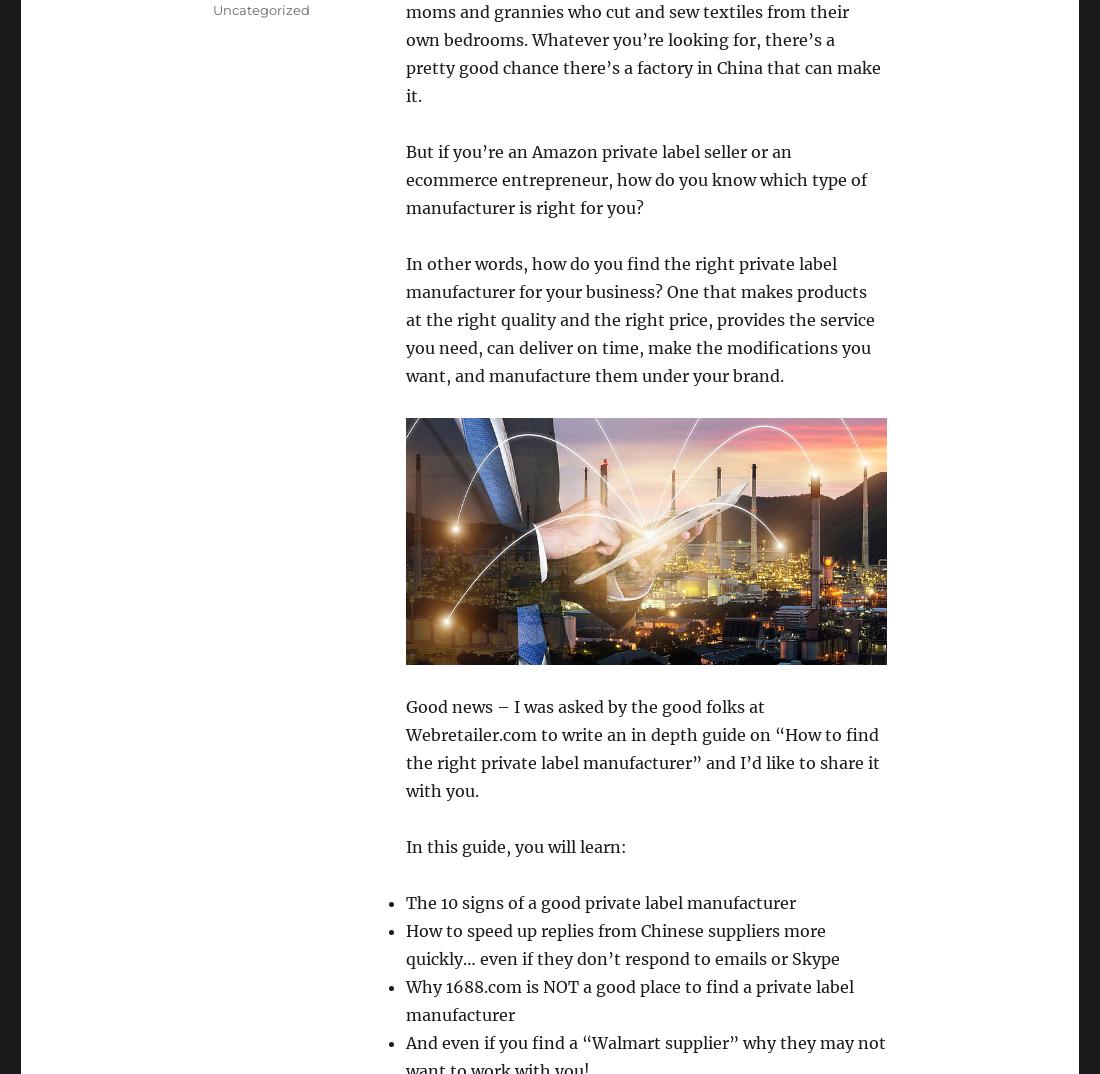 The width and height of the screenshot is (1100, 1074). I want to click on 'In other words,', so click(464, 262).